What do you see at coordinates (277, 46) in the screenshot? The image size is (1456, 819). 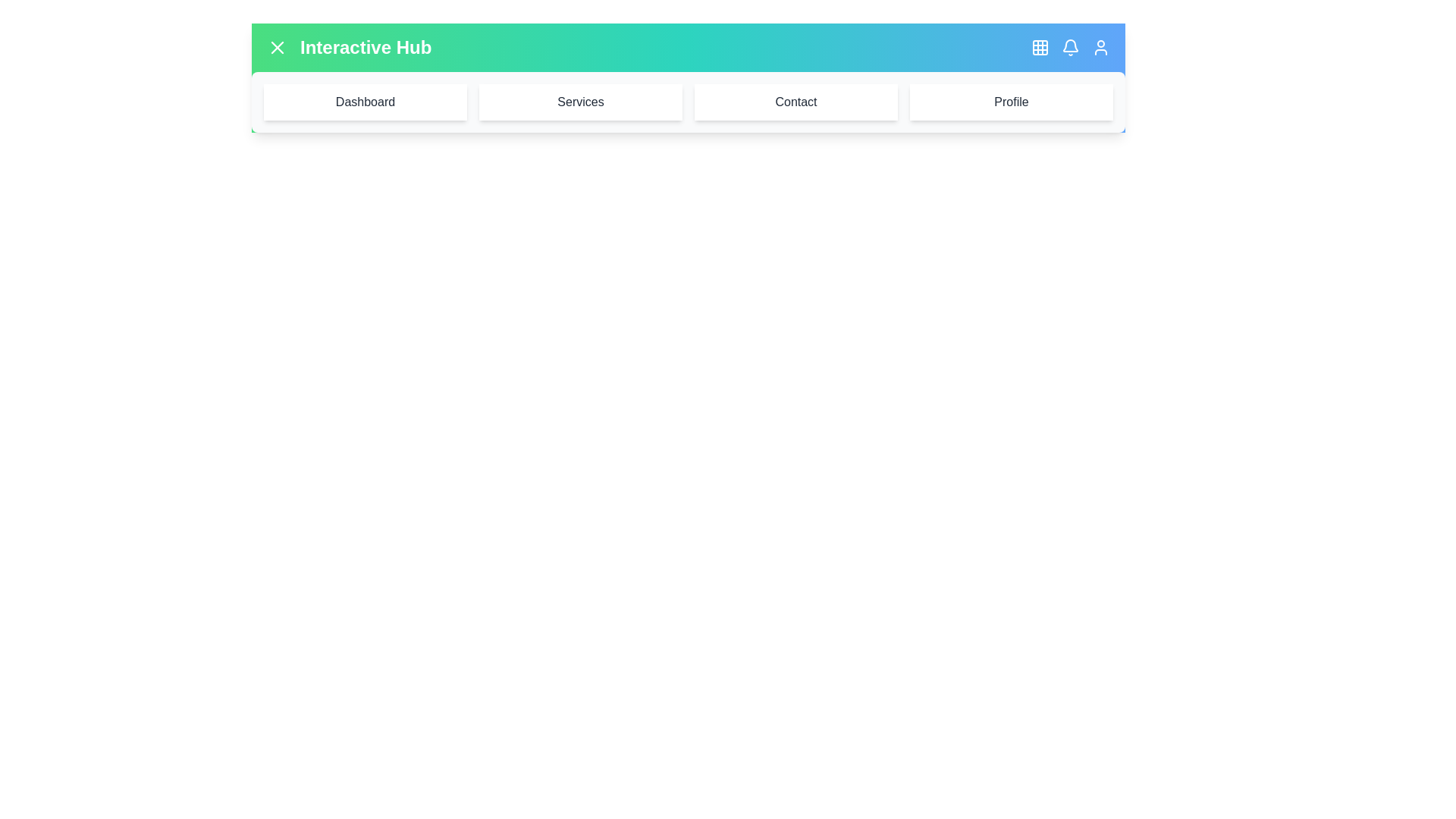 I see `menu button to toggle the menu visibility` at bounding box center [277, 46].